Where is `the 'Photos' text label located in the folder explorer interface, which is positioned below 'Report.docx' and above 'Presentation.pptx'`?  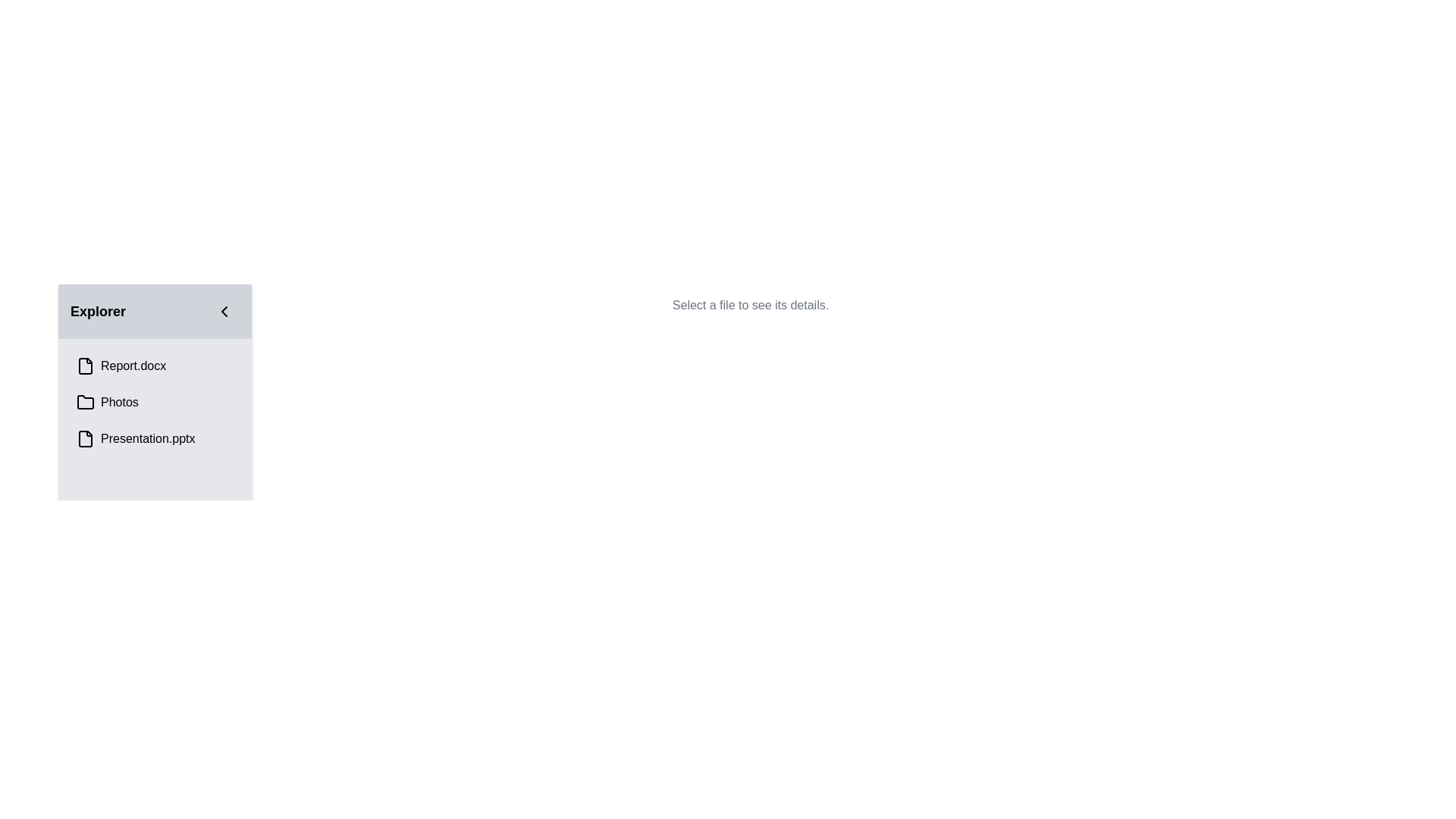
the 'Photos' text label located in the folder explorer interface, which is positioned below 'Report.docx' and above 'Presentation.pptx' is located at coordinates (118, 402).